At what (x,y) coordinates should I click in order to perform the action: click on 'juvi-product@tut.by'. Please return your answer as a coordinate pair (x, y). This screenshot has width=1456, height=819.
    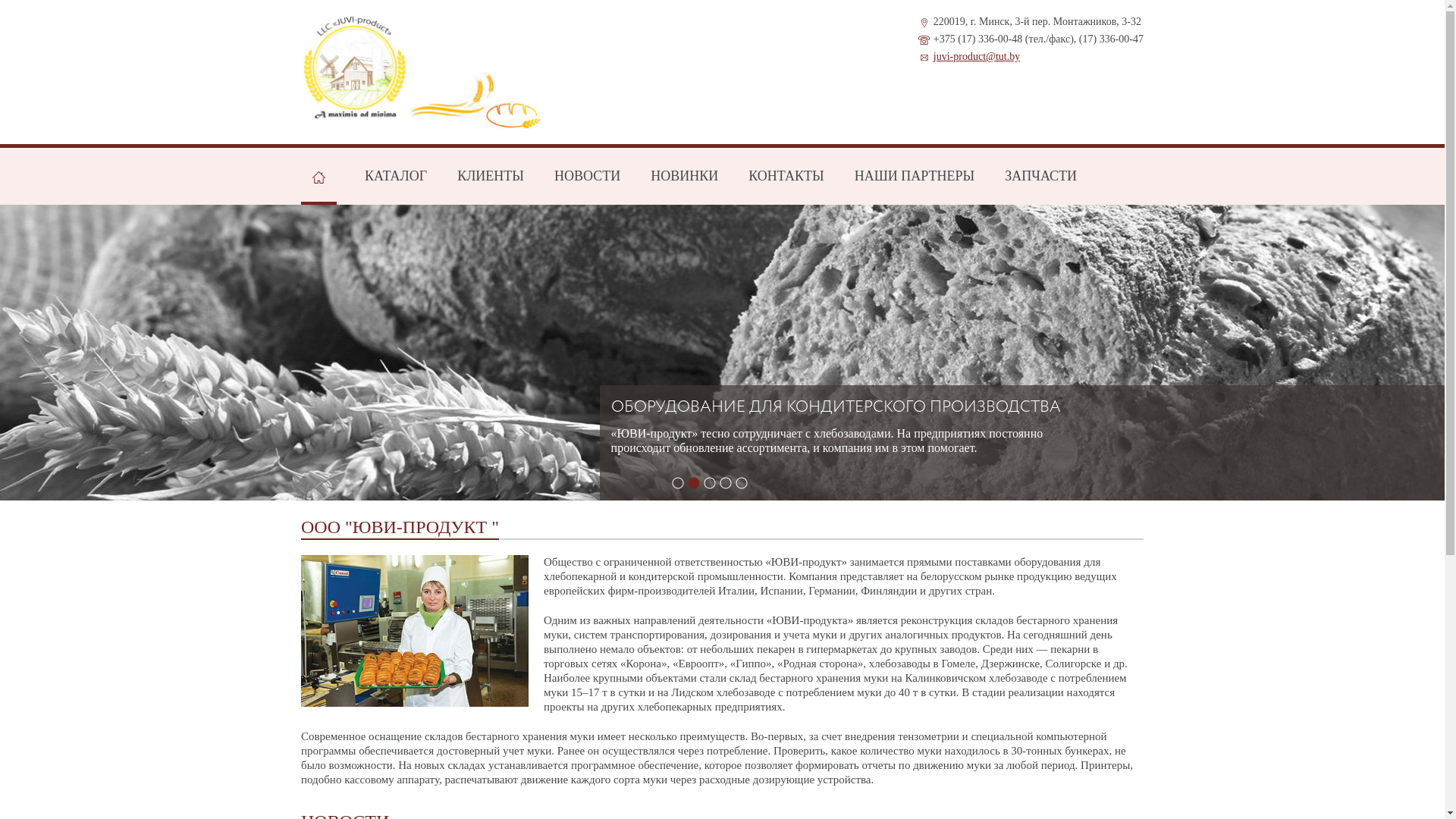
    Looking at the image, I should click on (976, 55).